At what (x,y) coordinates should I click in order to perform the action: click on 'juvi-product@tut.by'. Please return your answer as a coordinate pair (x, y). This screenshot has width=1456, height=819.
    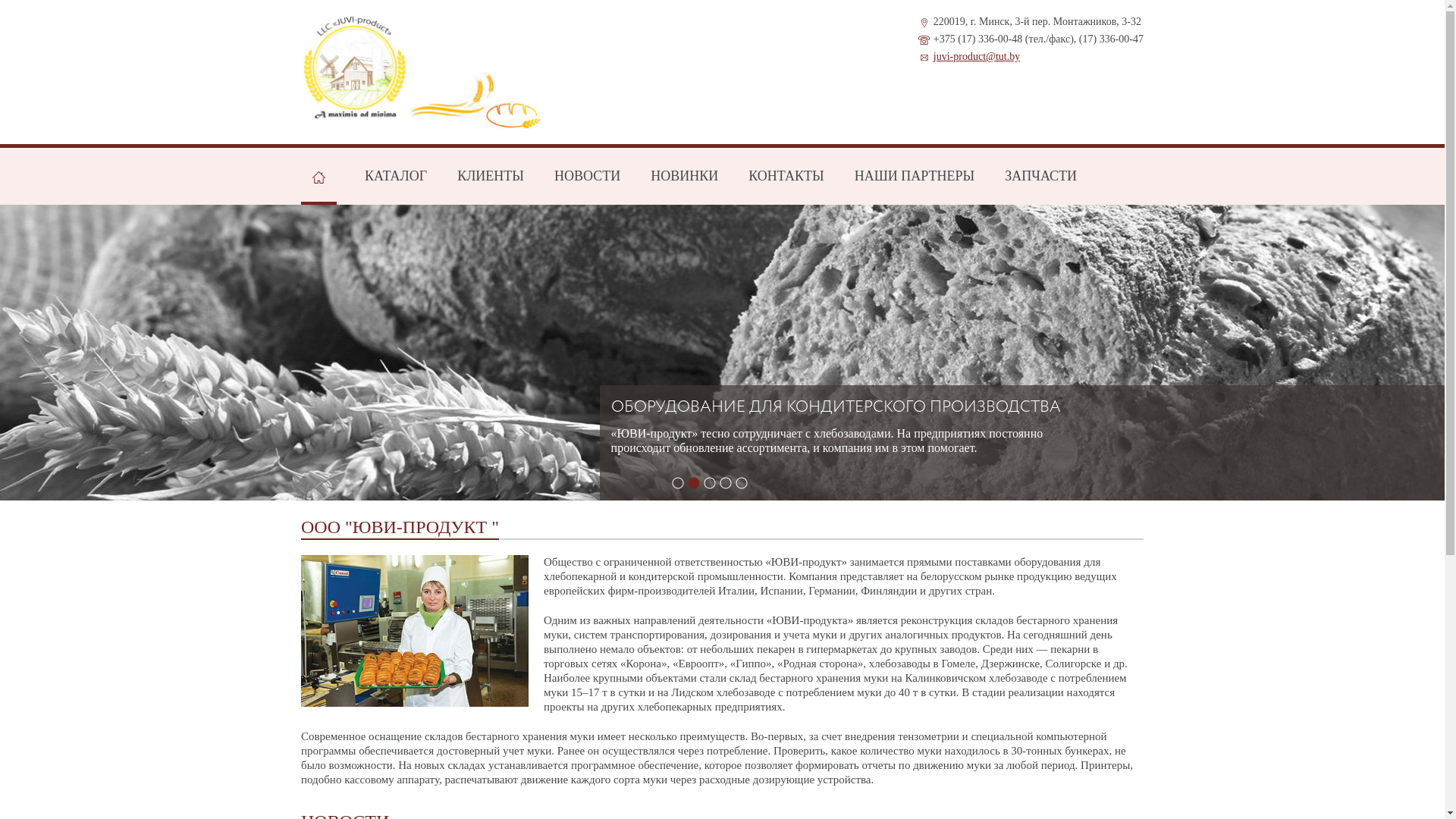
    Looking at the image, I should click on (976, 55).